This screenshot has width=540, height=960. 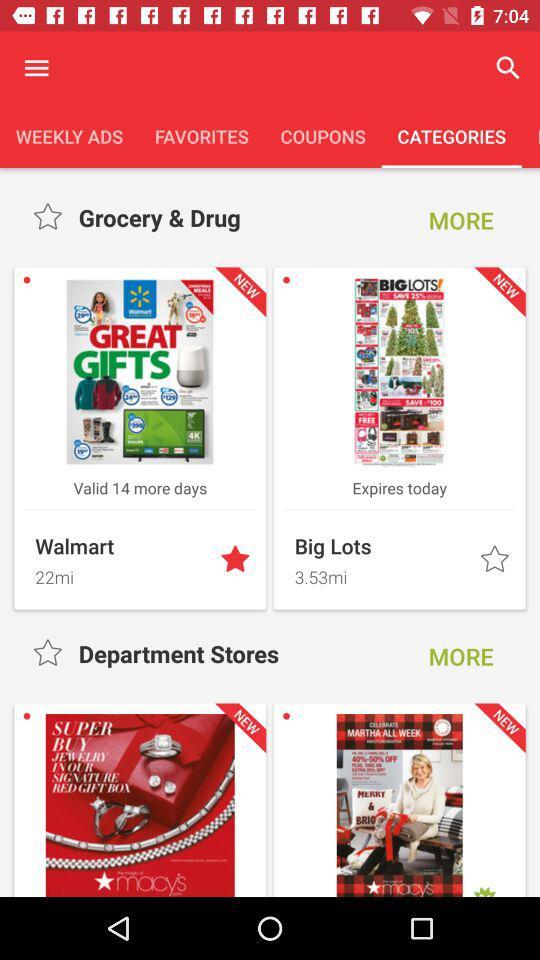 What do you see at coordinates (381, 574) in the screenshot?
I see `3.53mi icon` at bounding box center [381, 574].